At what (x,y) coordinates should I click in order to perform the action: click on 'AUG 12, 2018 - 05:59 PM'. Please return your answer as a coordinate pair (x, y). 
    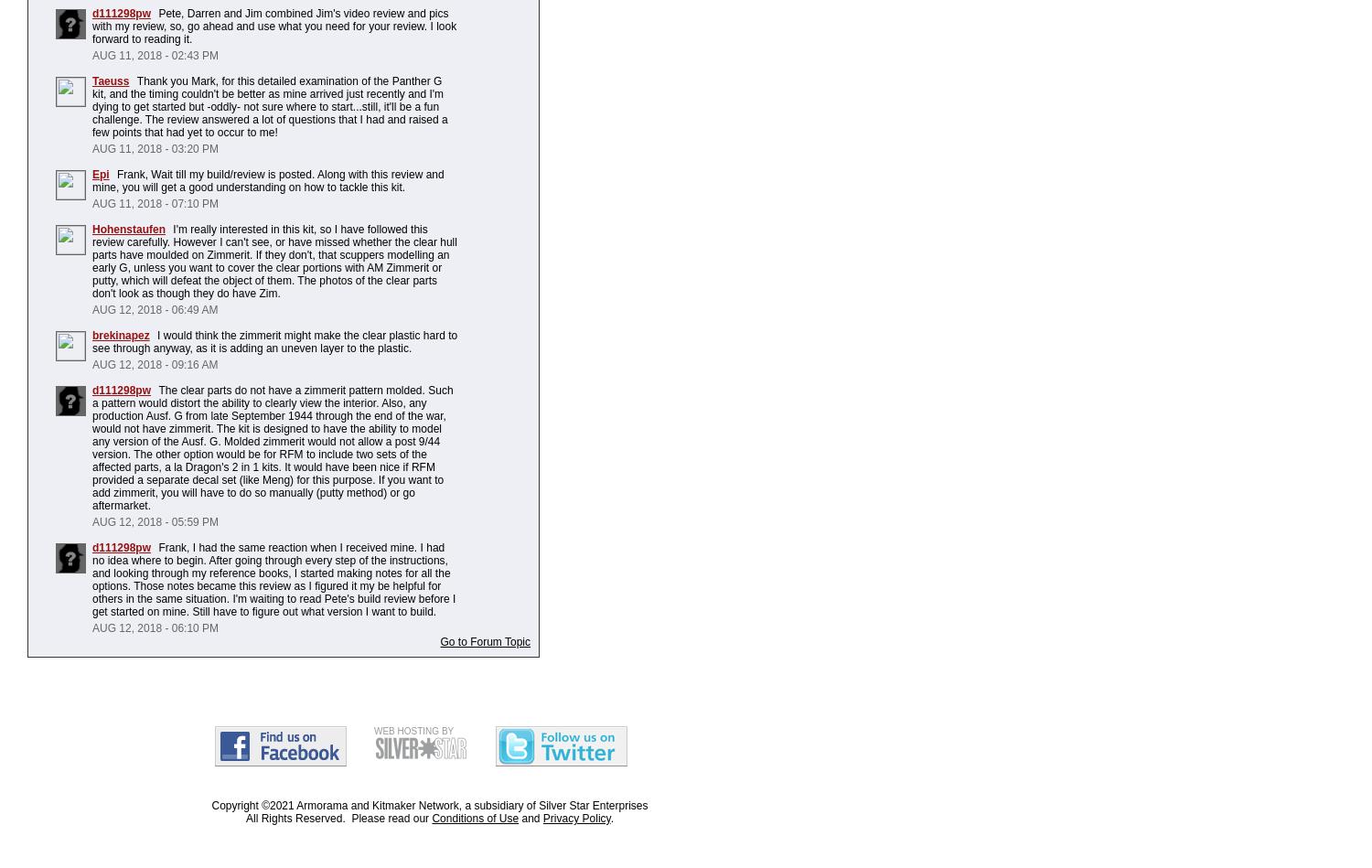
    Looking at the image, I should click on (155, 521).